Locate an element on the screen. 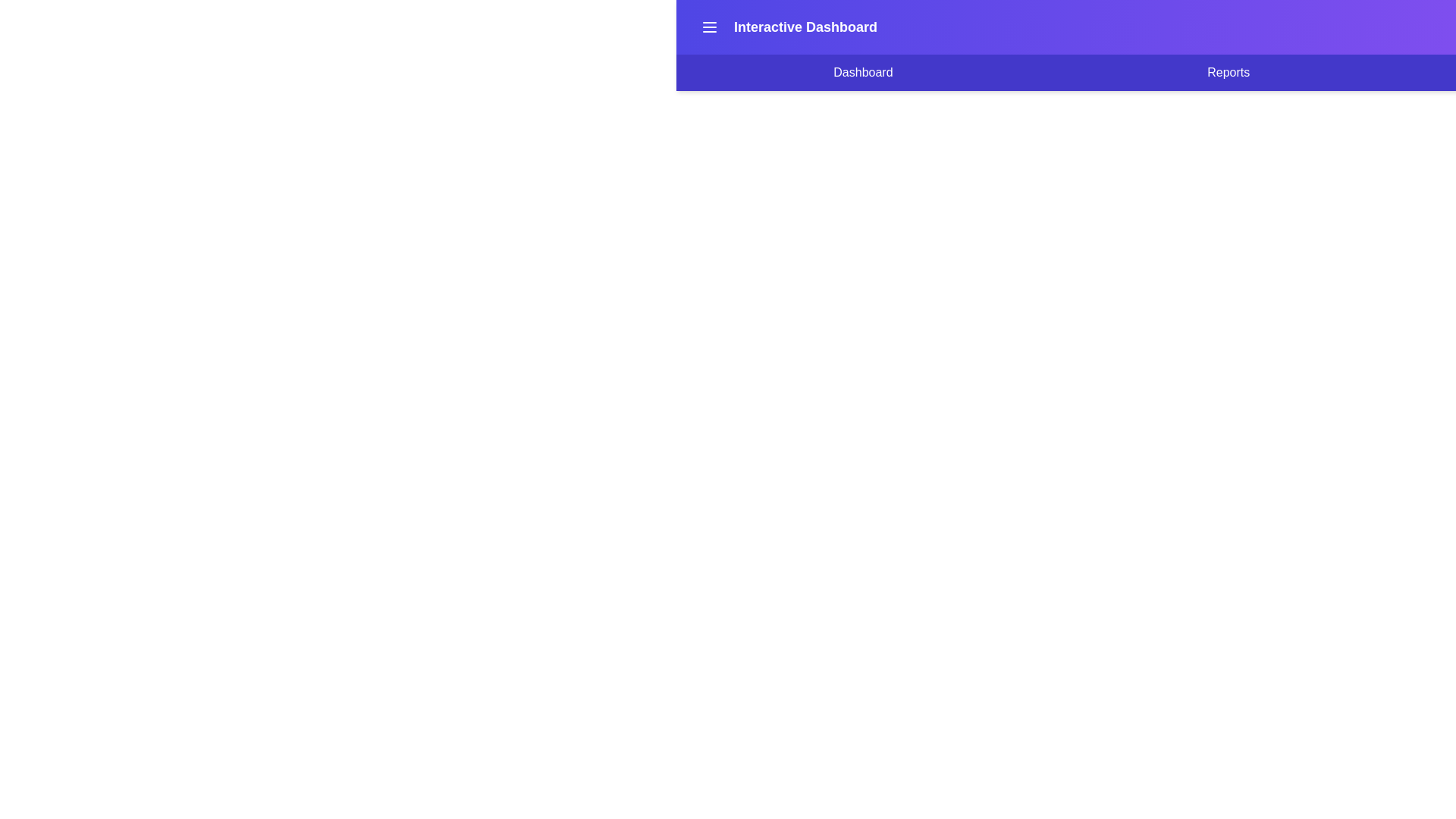 This screenshot has height=819, width=1456. the 'Dashboard' text label, which is the first item in the navigation menu is located at coordinates (863, 73).